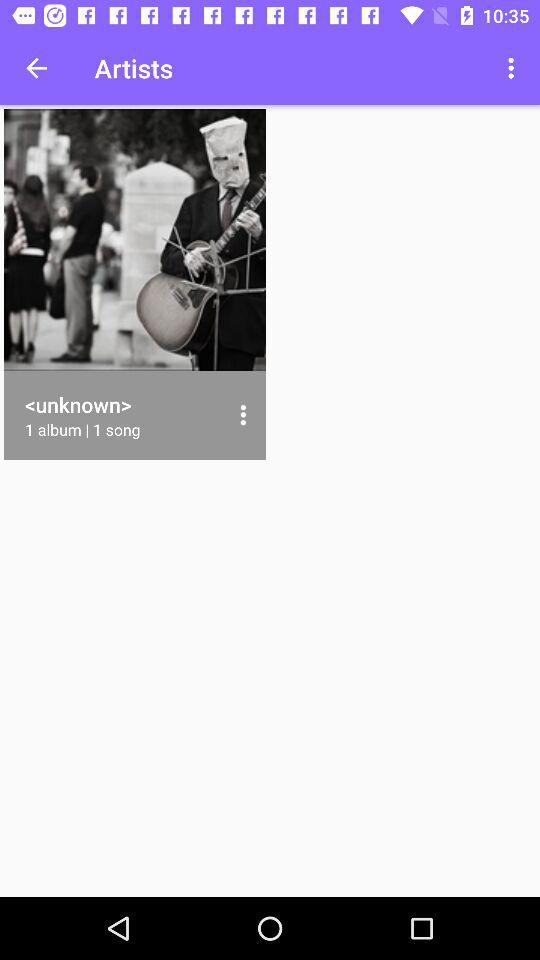 This screenshot has height=960, width=540. I want to click on item at the top right corner, so click(513, 68).